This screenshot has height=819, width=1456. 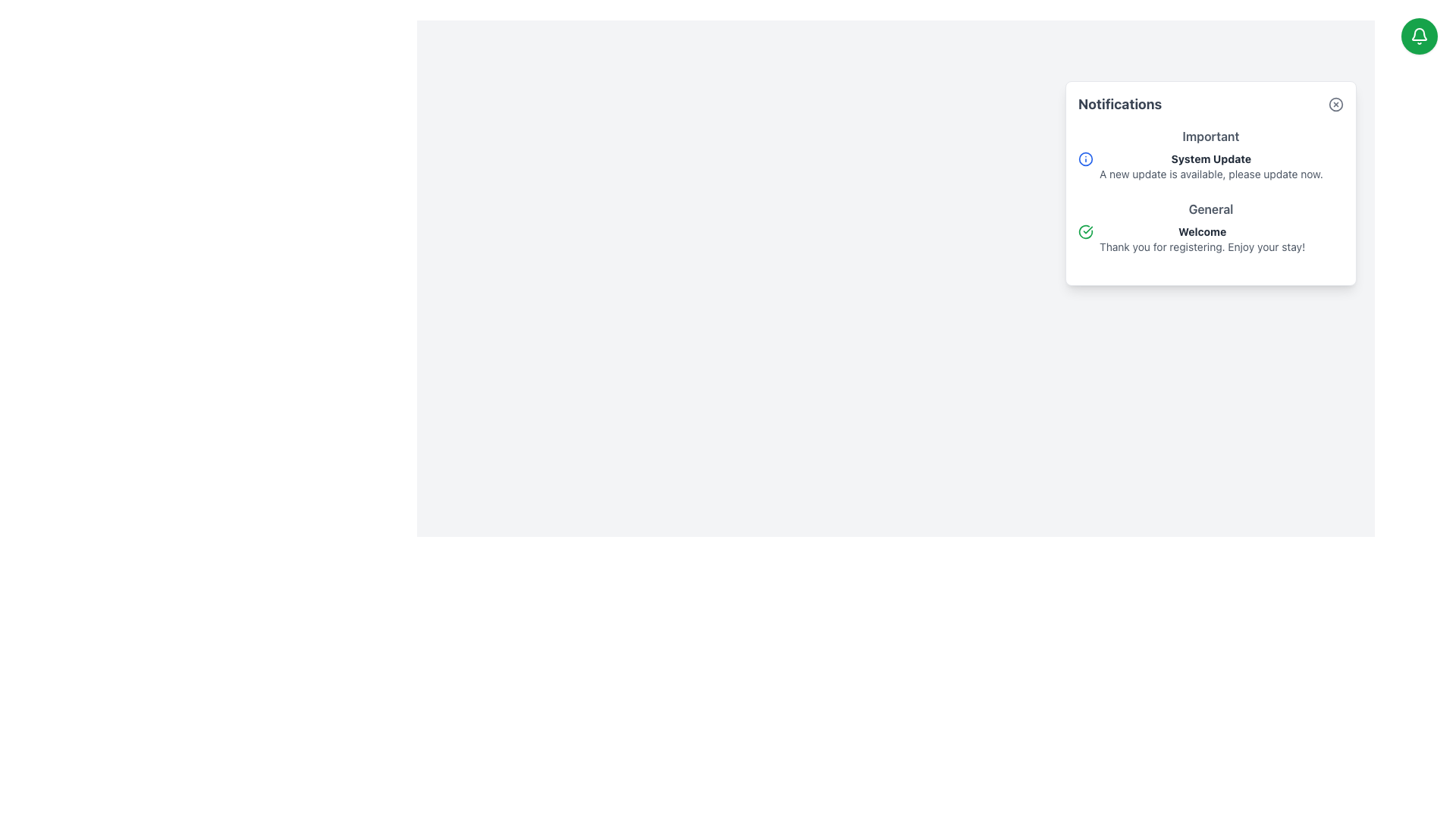 What do you see at coordinates (1335, 104) in the screenshot?
I see `the close button located at the top-right corner of the Notifications panel to observe the feedback` at bounding box center [1335, 104].